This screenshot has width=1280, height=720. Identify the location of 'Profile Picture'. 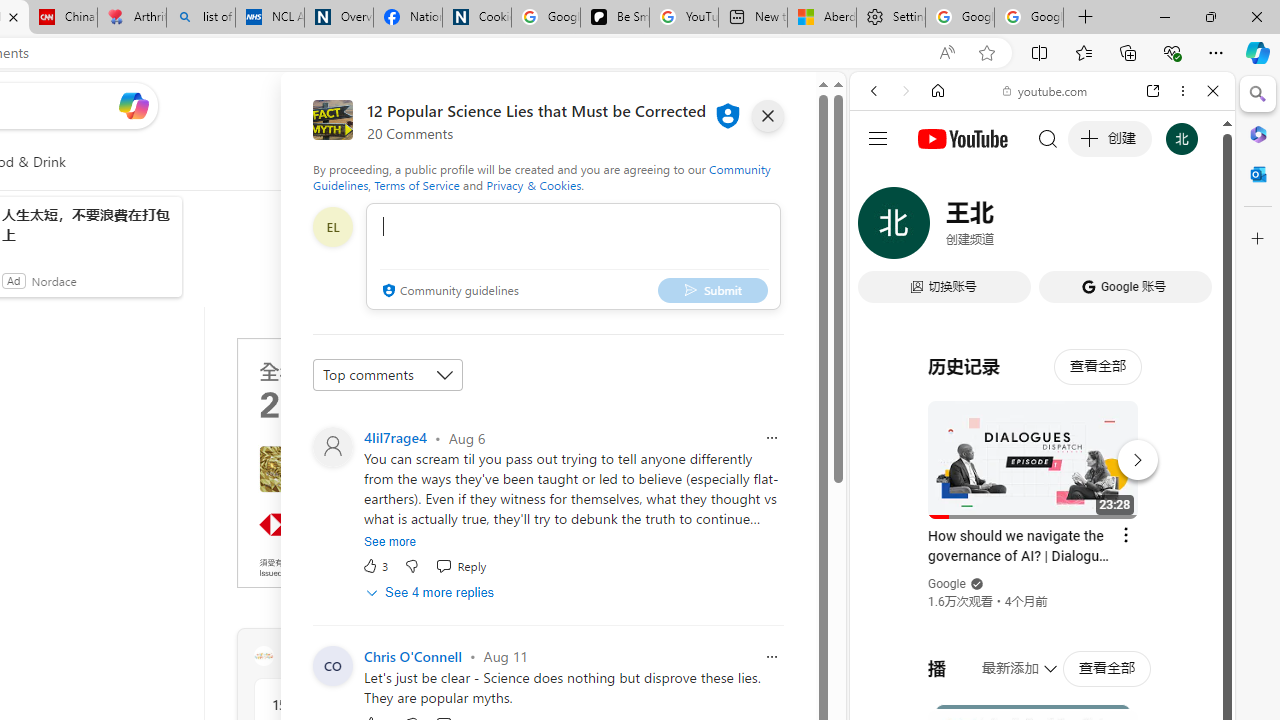
(333, 665).